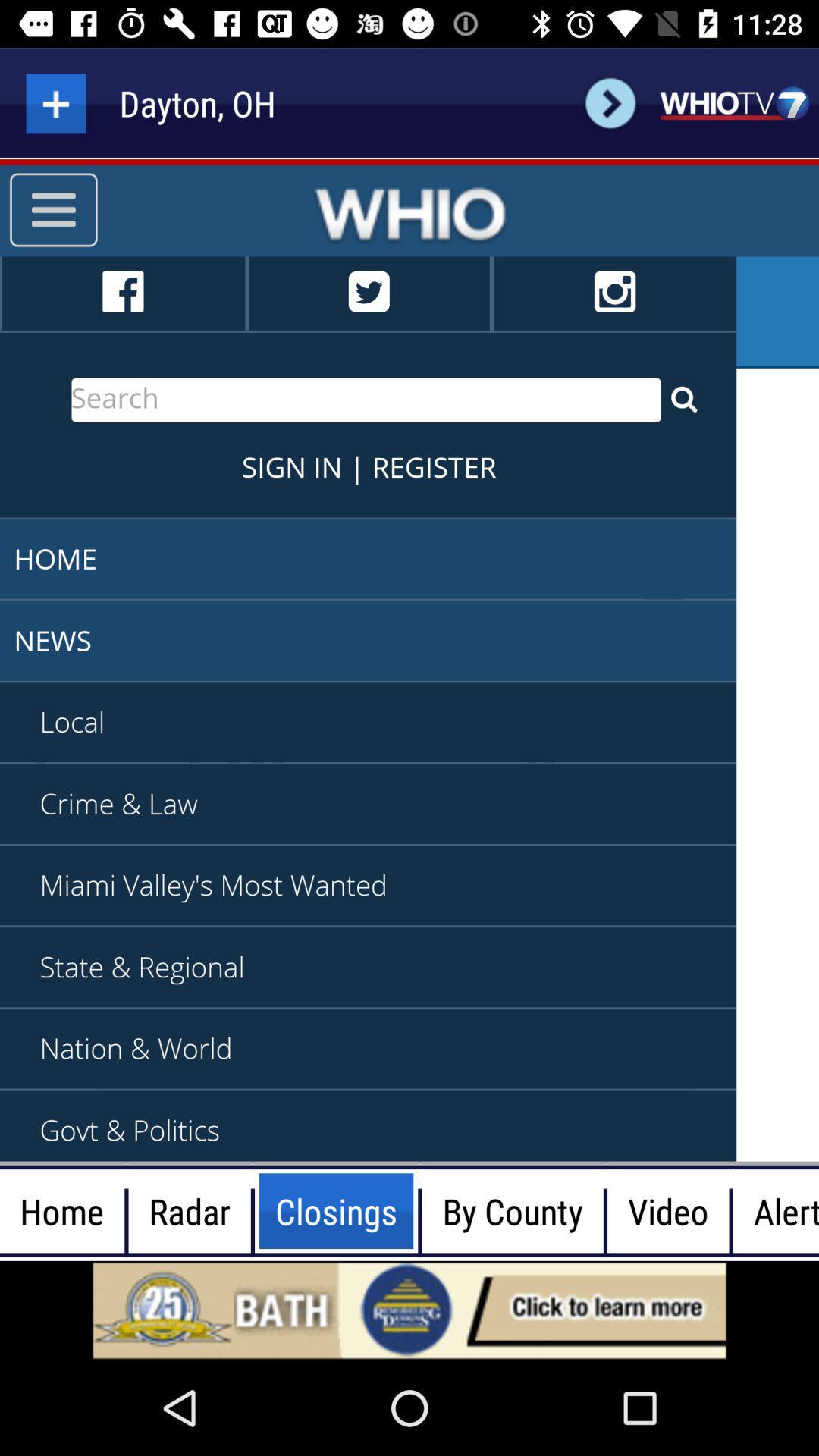  I want to click on the menu icon, so click(50, 209).